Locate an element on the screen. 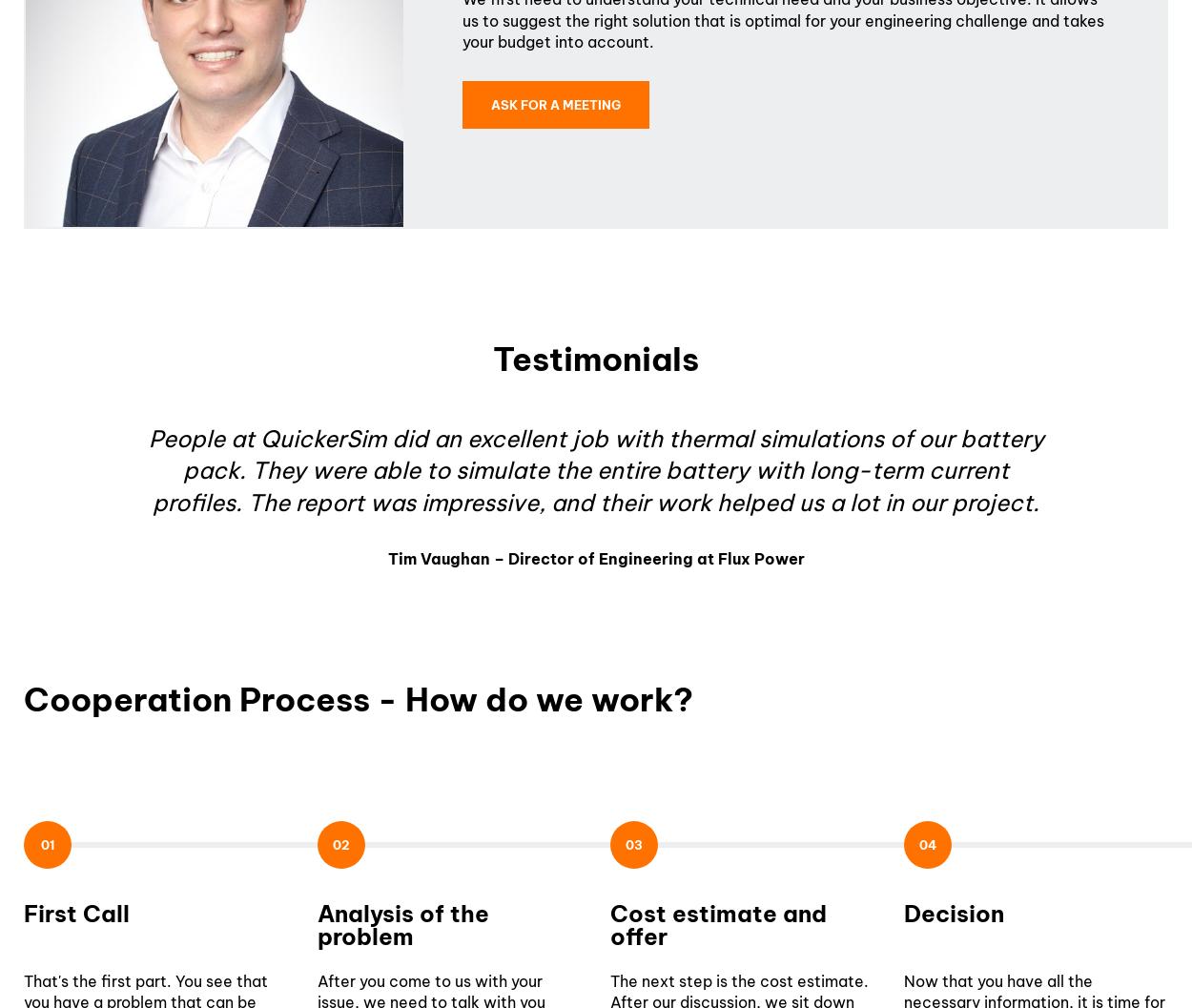 This screenshot has width=1192, height=1008. 'Cost estimate and offer' is located at coordinates (718, 923).